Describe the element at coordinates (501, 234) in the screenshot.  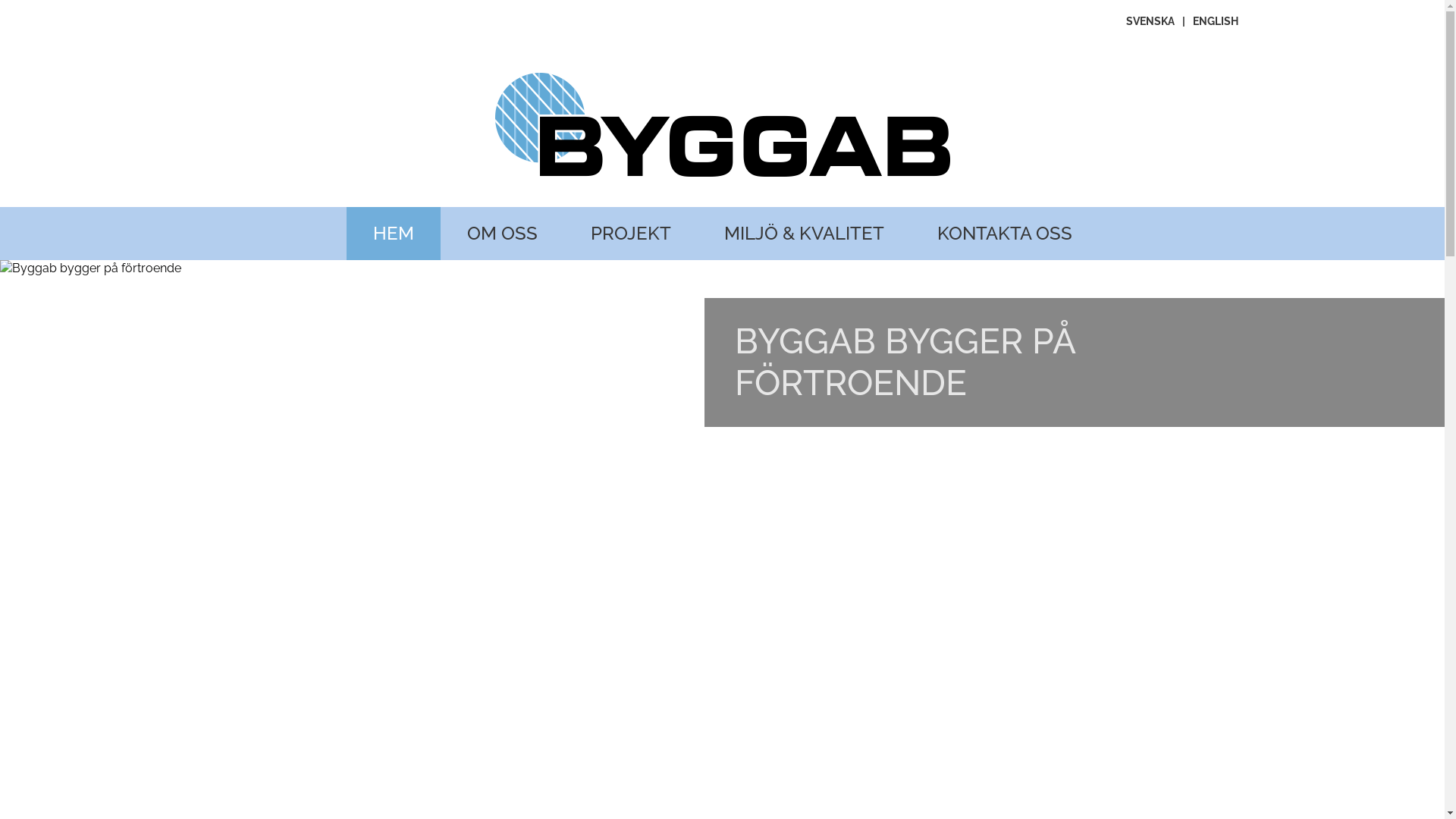
I see `'OM OSS'` at that location.